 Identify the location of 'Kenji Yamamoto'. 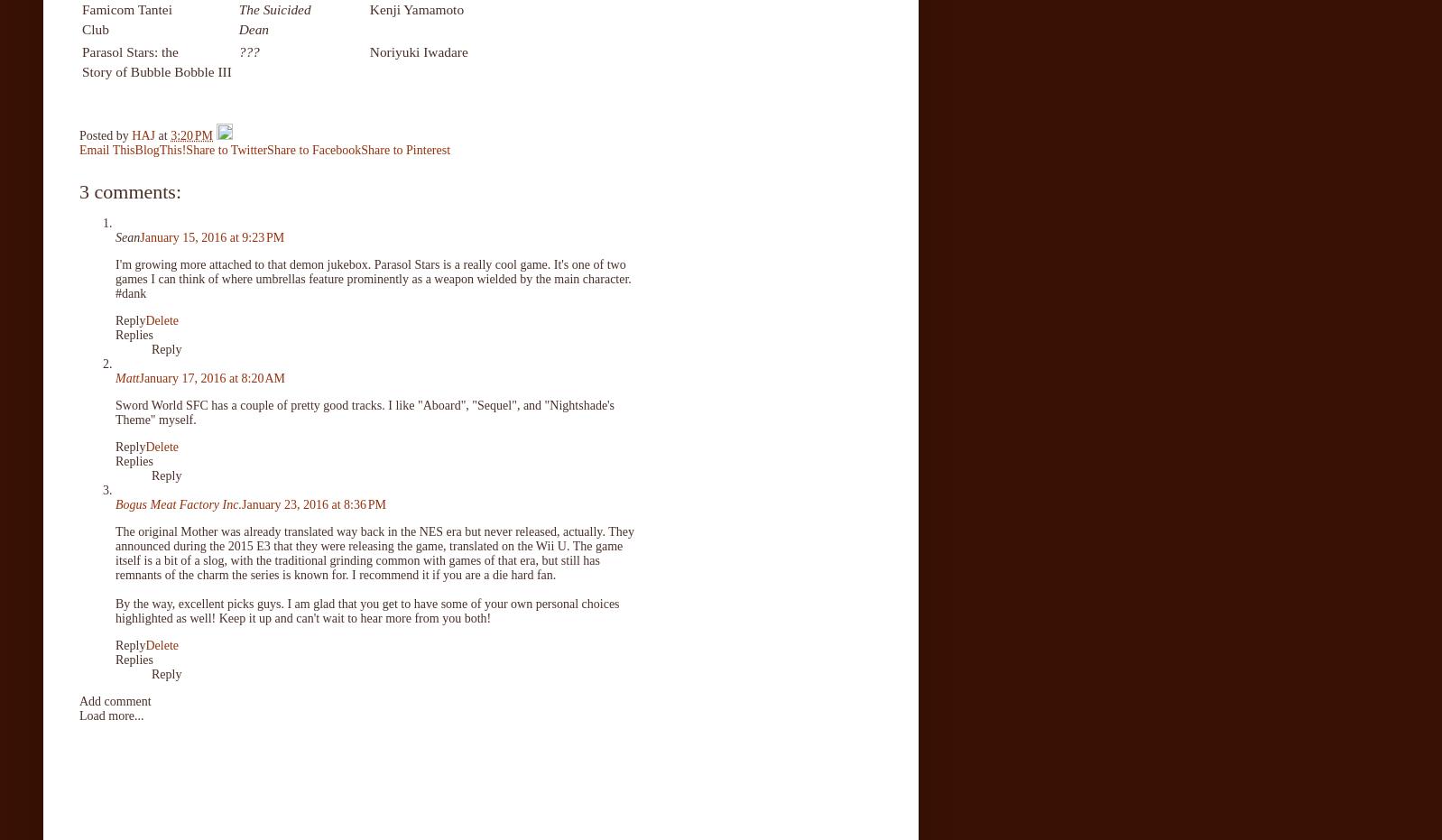
(416, 8).